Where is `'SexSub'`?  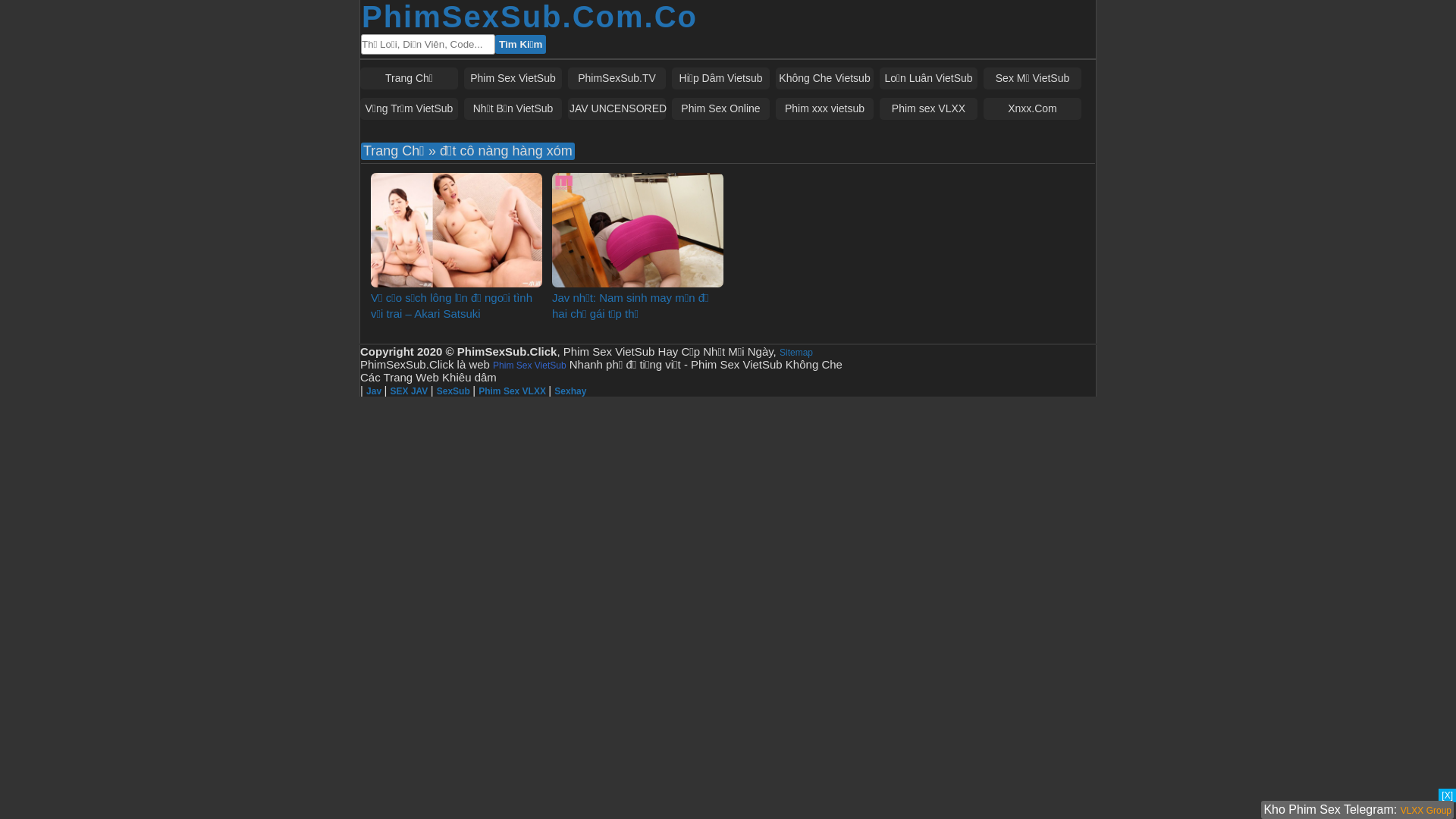
'SexSub' is located at coordinates (453, 391).